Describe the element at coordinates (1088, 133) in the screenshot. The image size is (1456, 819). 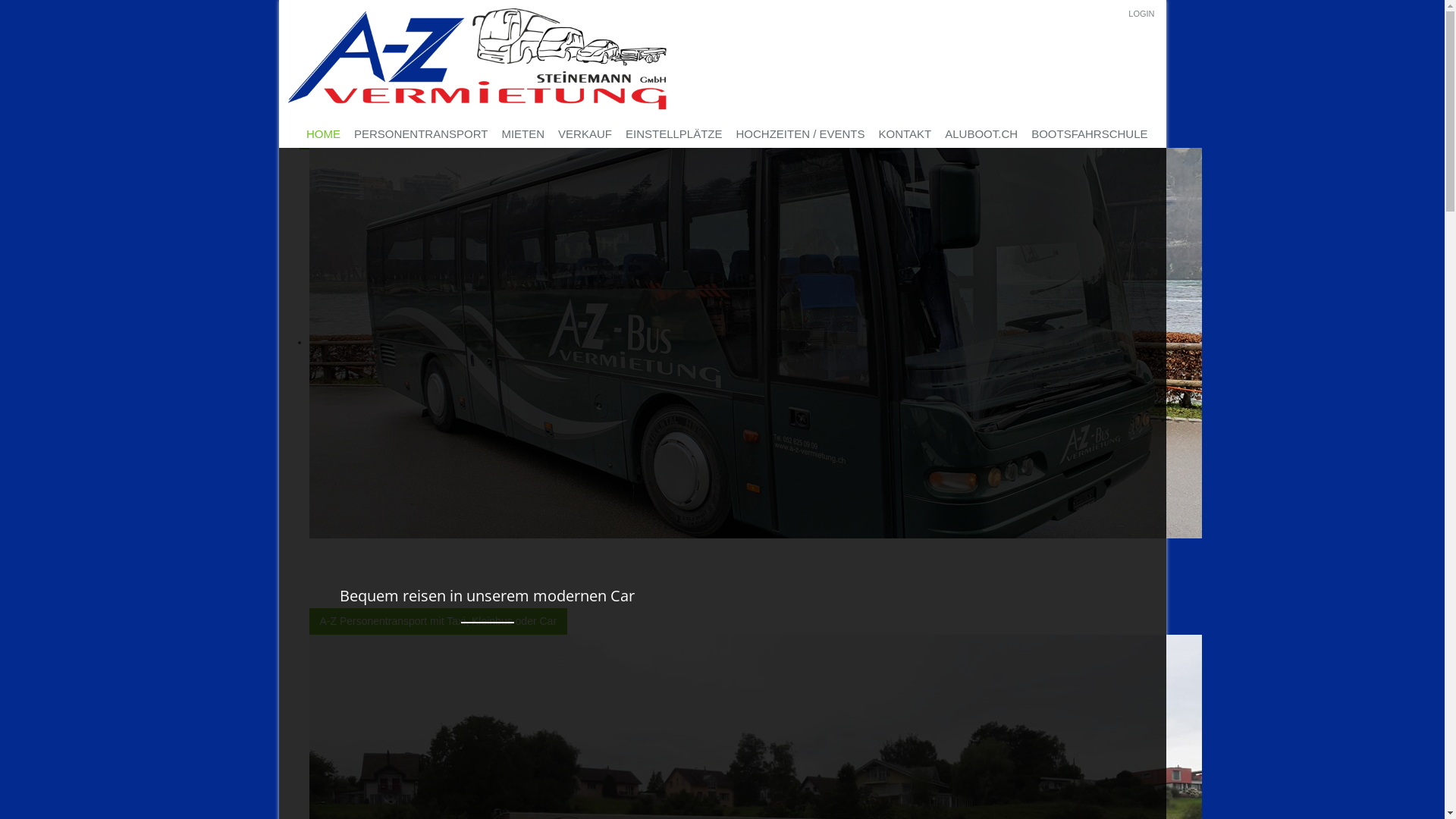
I see `'BOOTSFAHRSCHULE'` at that location.